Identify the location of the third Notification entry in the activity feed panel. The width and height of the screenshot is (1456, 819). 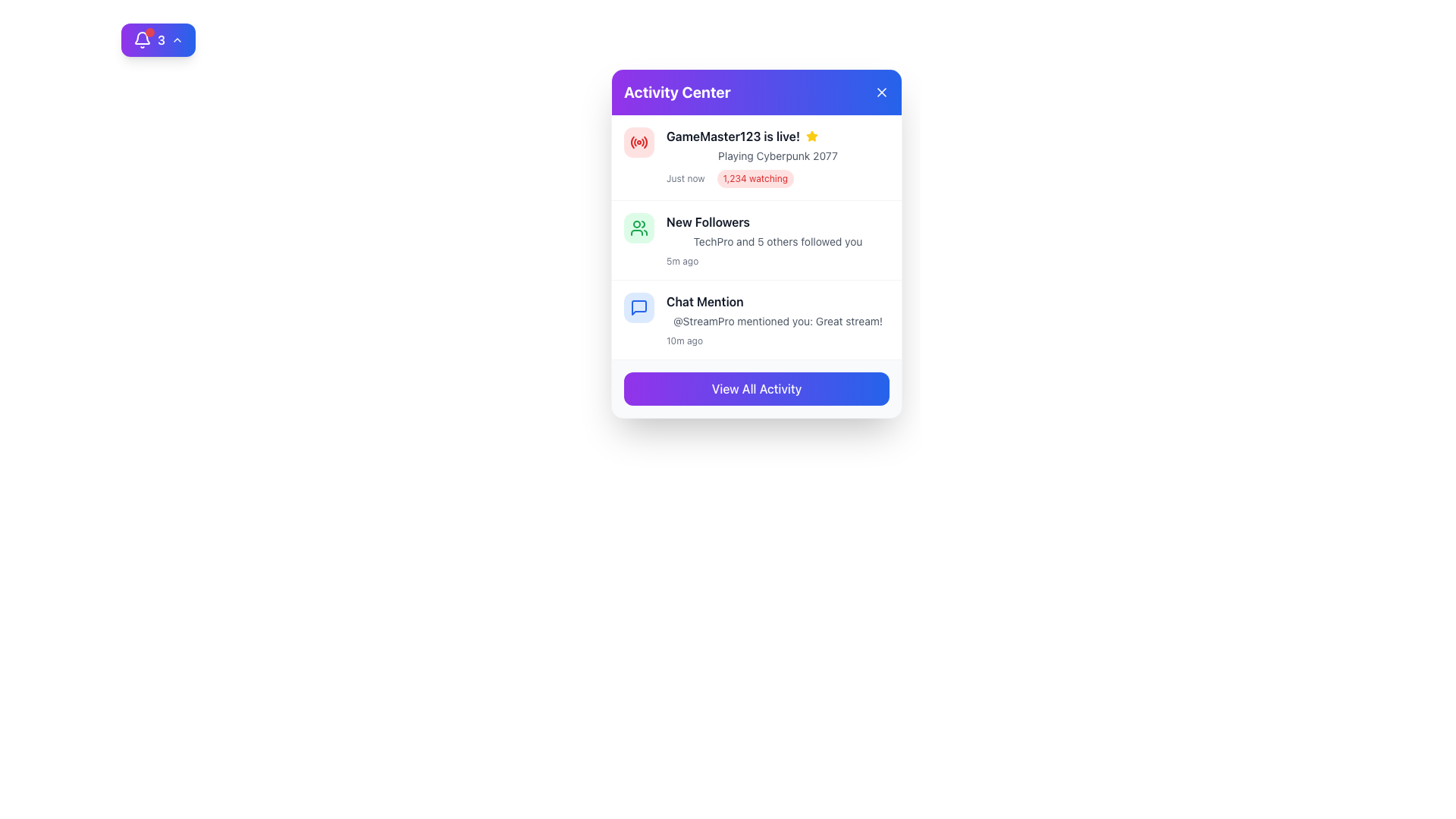
(757, 318).